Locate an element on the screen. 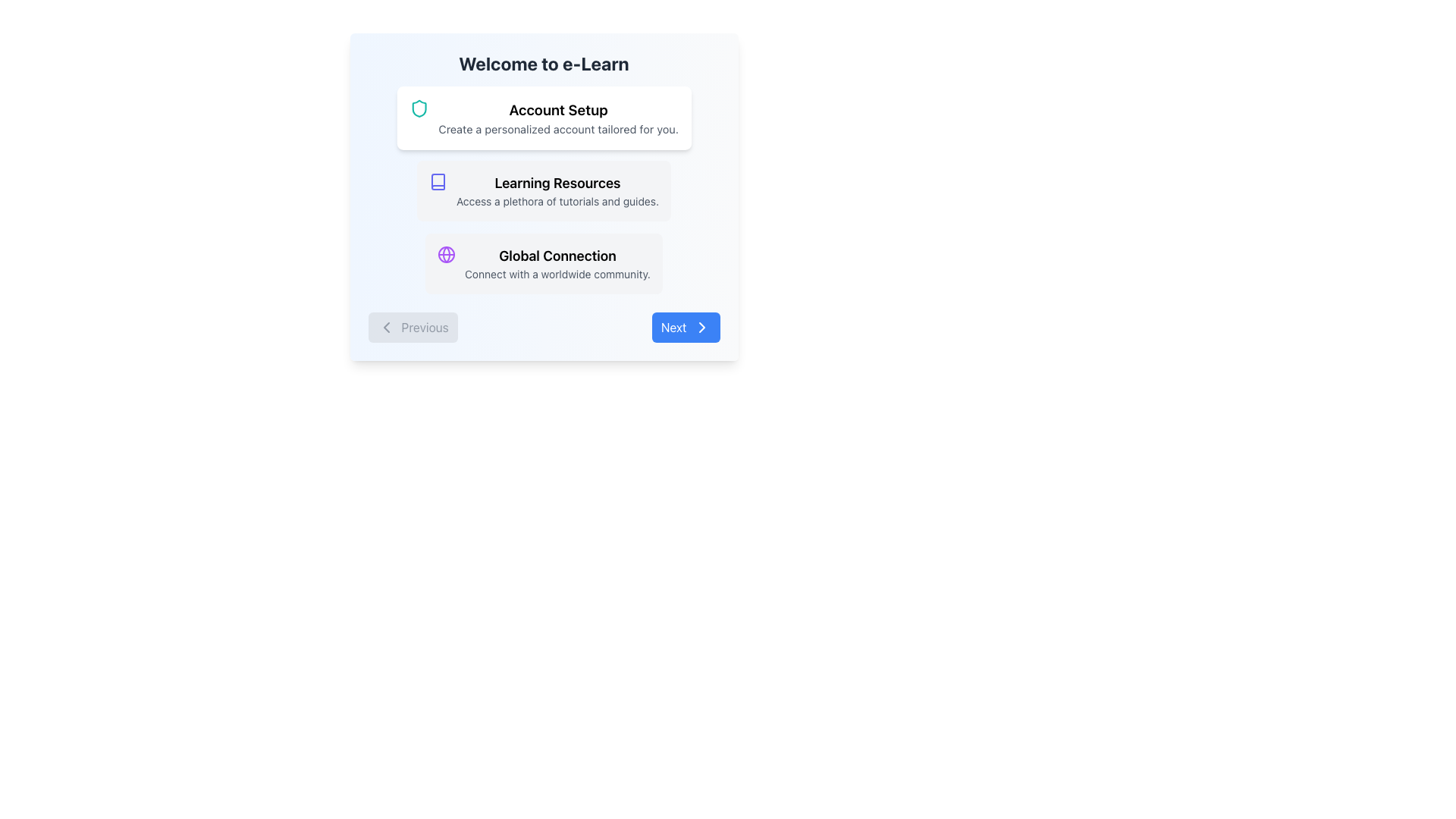 This screenshot has width=1456, height=819. the 'Account Setup' text block, which serves as a title and description for the account setup section, positioned centrally in the card design layout is located at coordinates (557, 117).